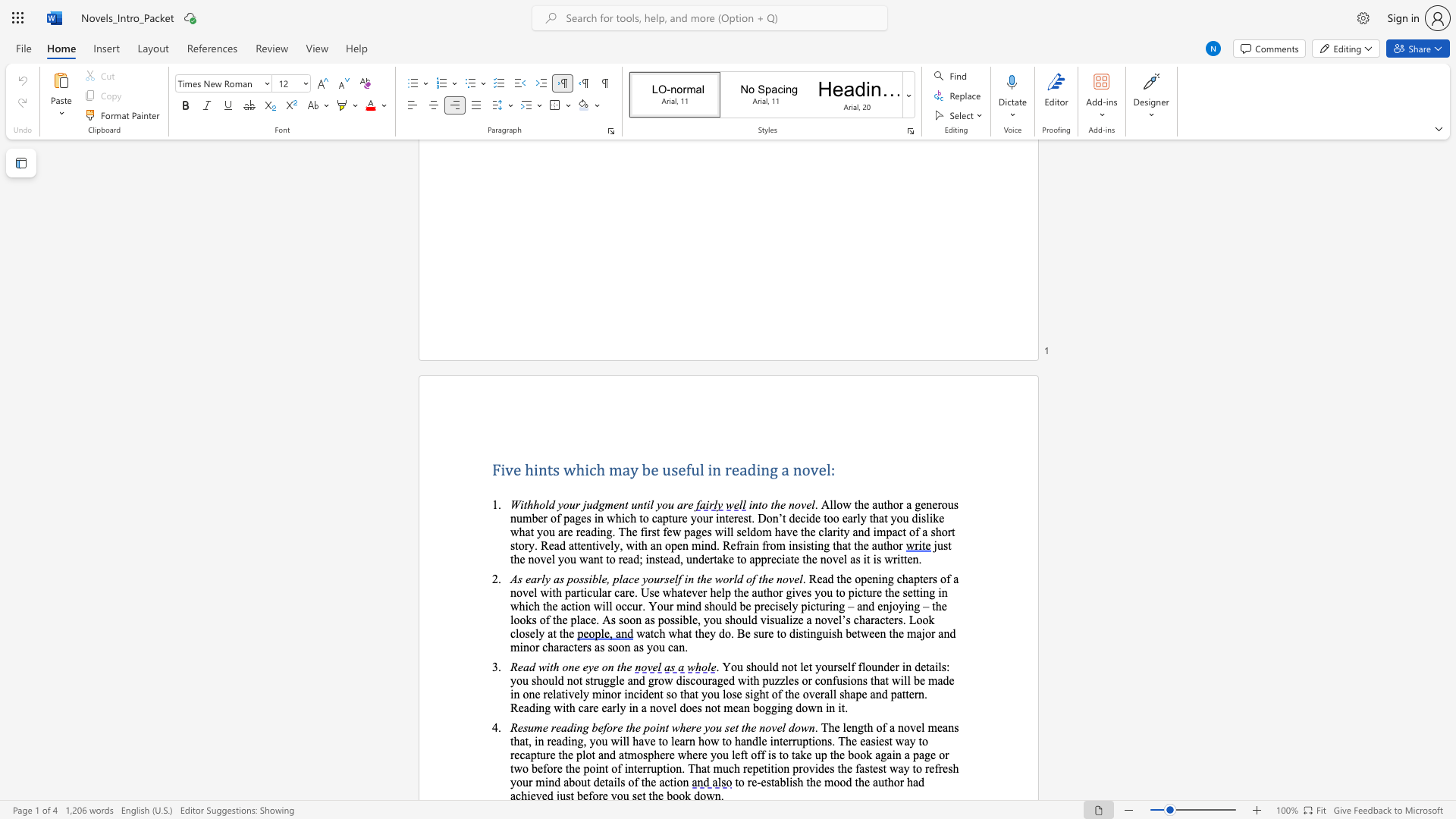  Describe the element at coordinates (920, 504) in the screenshot. I see `the subset text "enerous number of pages in which to captu" within the text ". Allow the author a generous number of pages in which to capture your interest."` at that location.